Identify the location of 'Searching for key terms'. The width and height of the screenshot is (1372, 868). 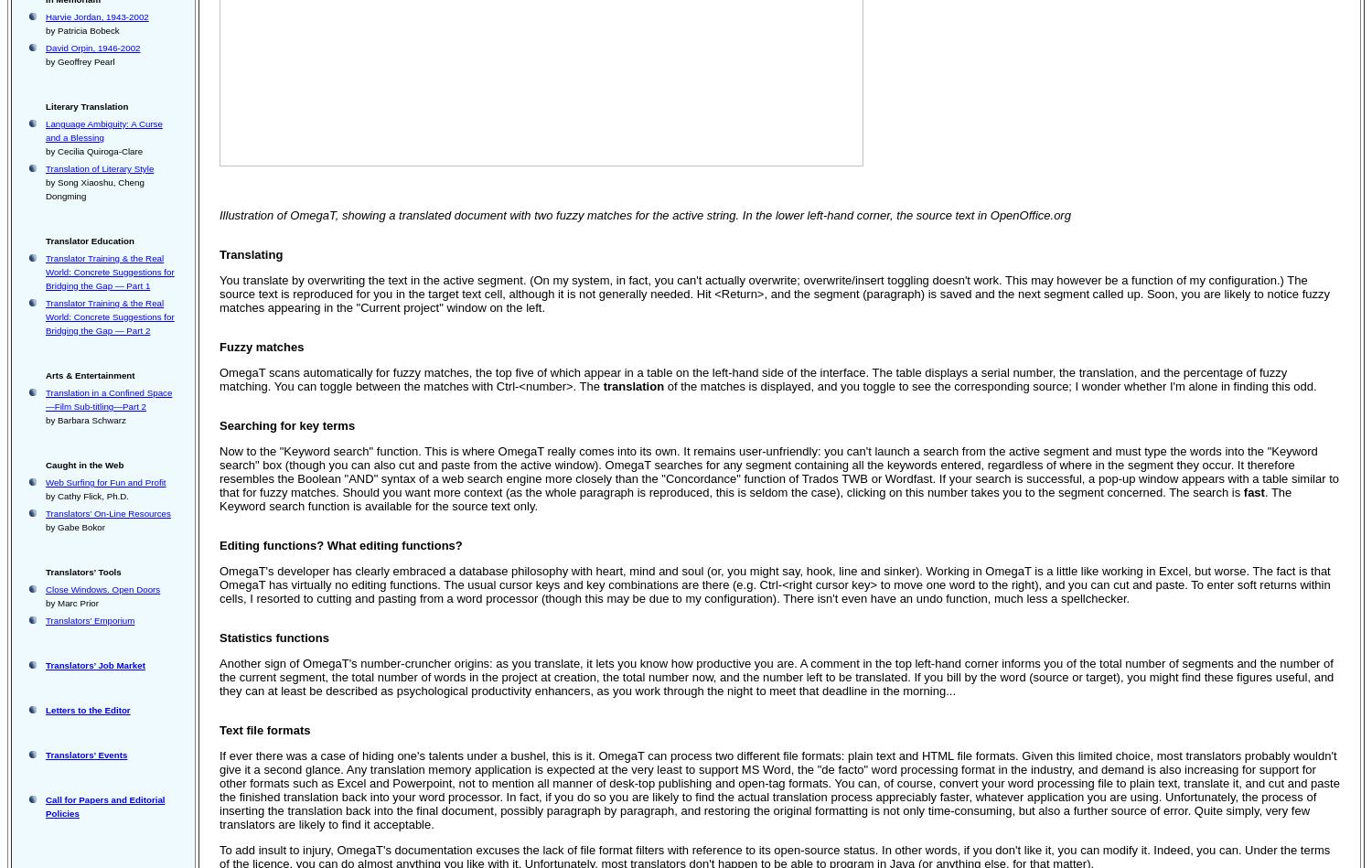
(219, 425).